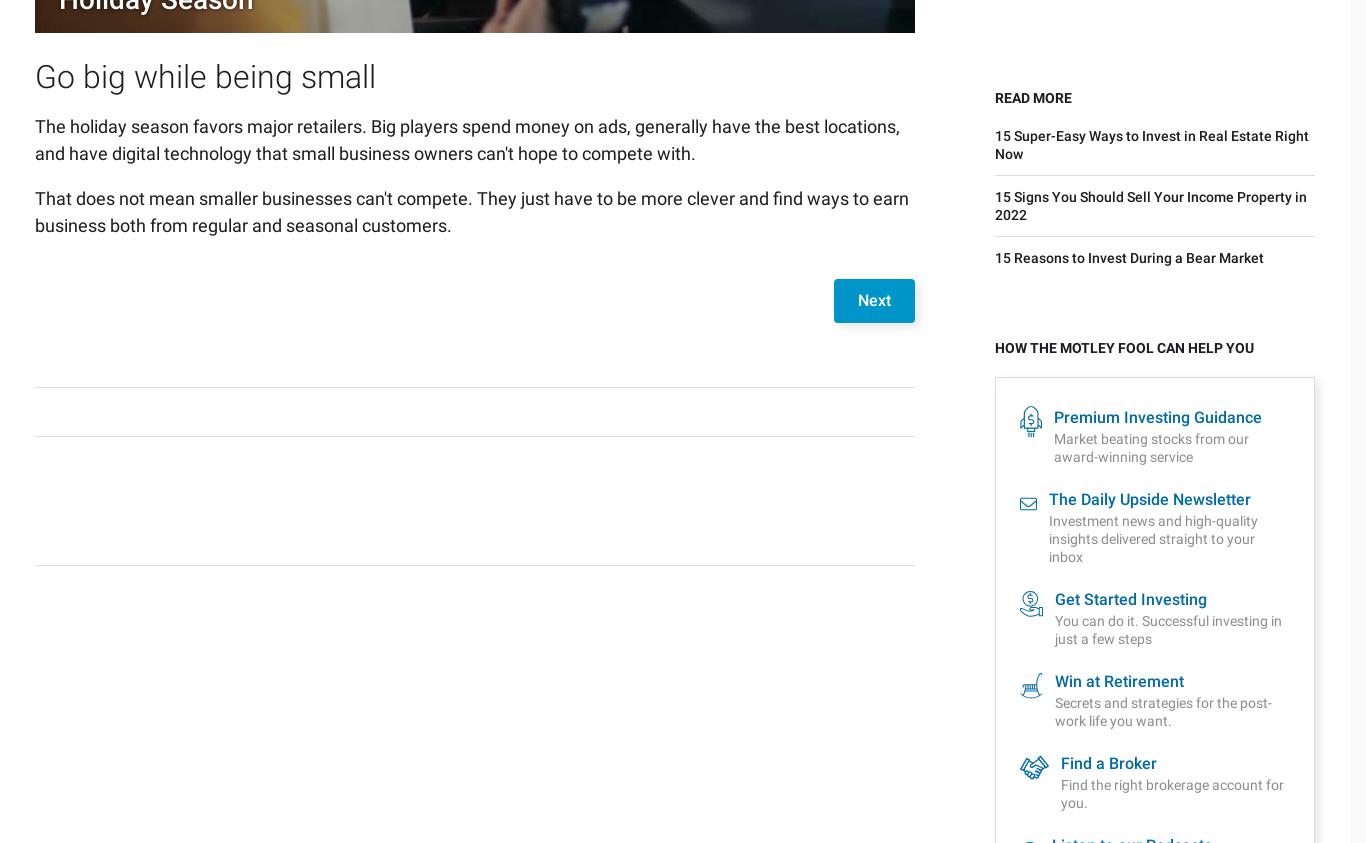  What do you see at coordinates (1117, 227) in the screenshot?
I see `'Win at Retirement'` at bounding box center [1117, 227].